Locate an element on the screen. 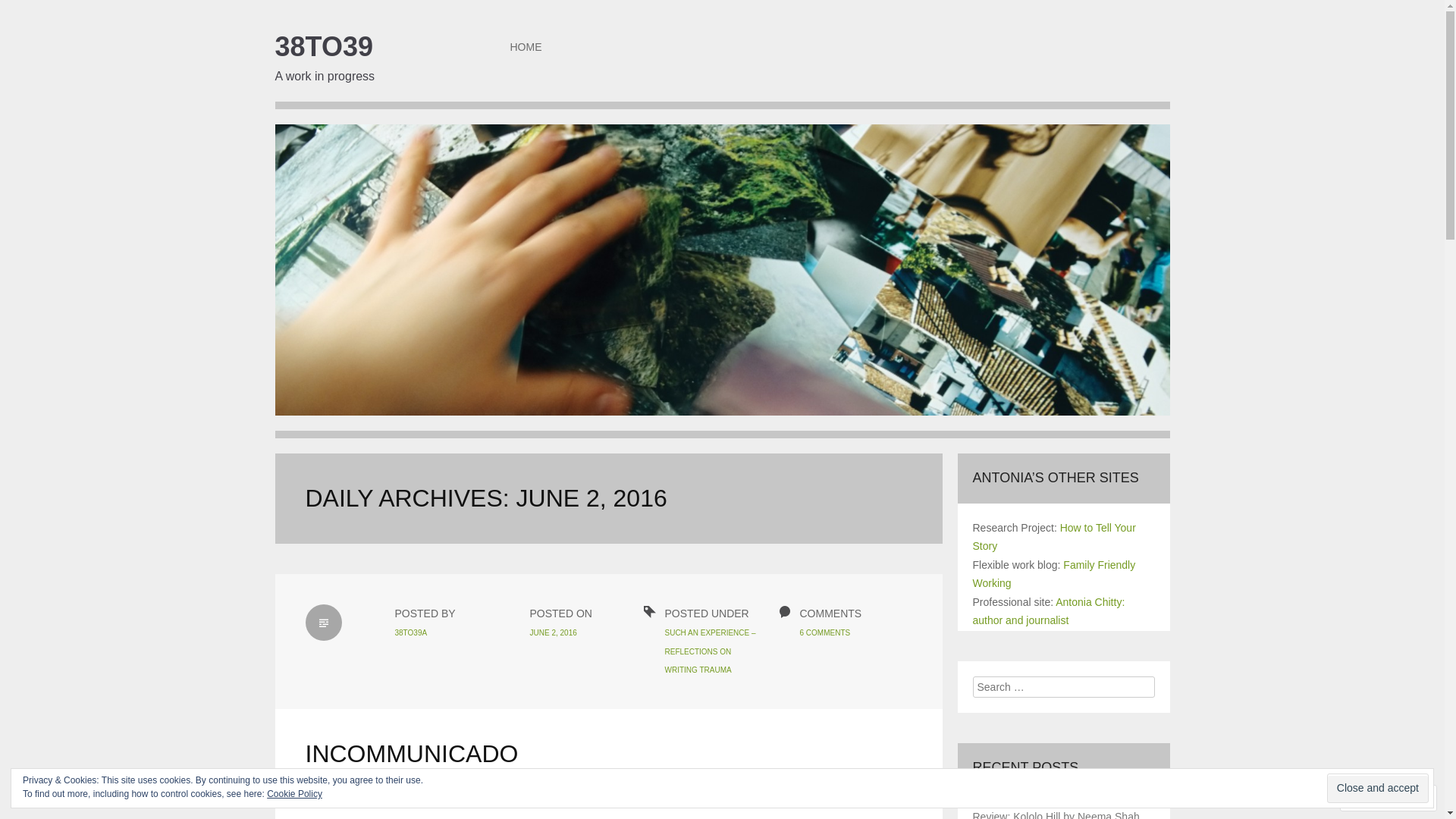  'How to Tell Your Story' is located at coordinates (1053, 536).